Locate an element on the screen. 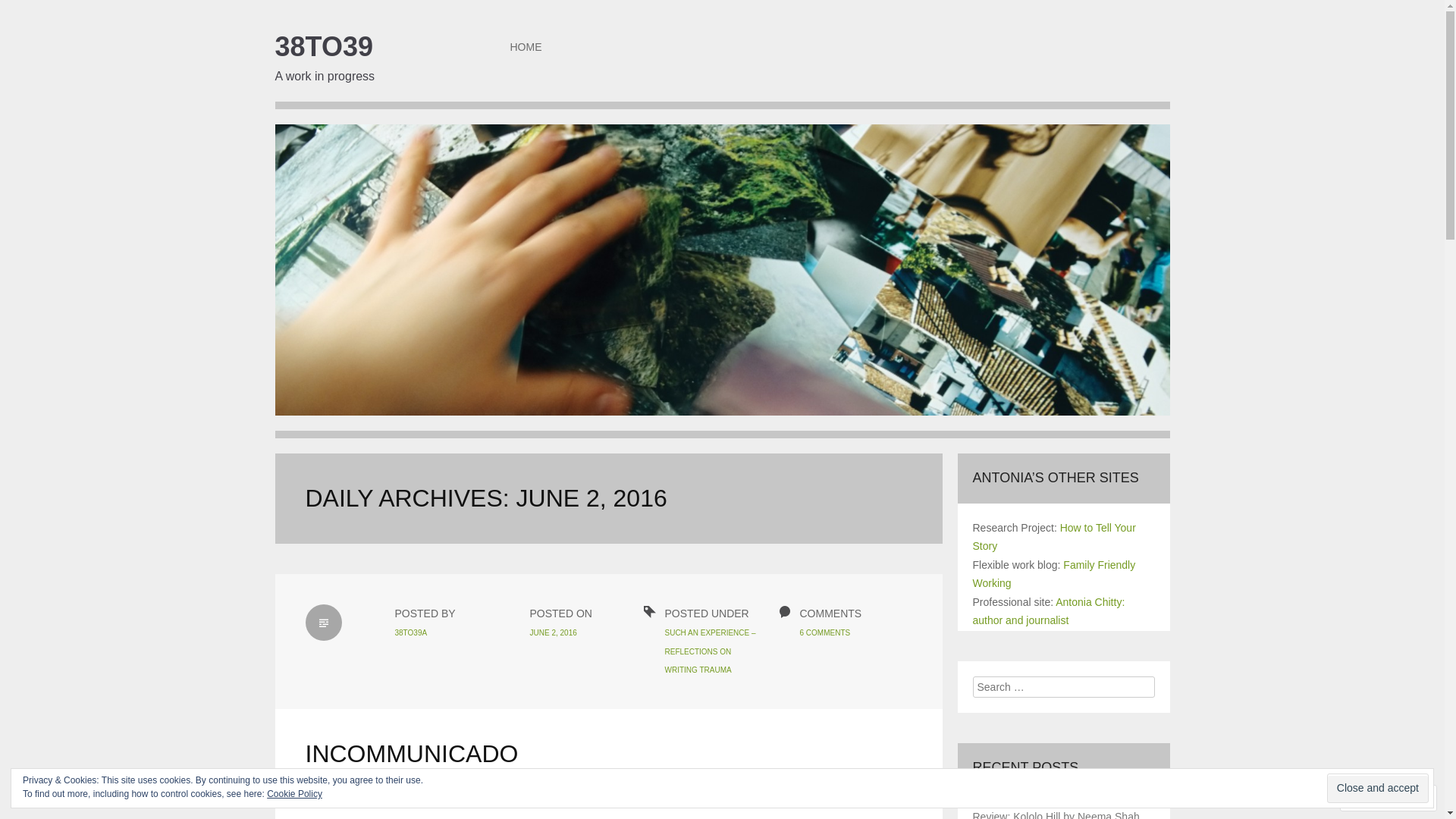  'How to Tell Your Story' is located at coordinates (1053, 536).